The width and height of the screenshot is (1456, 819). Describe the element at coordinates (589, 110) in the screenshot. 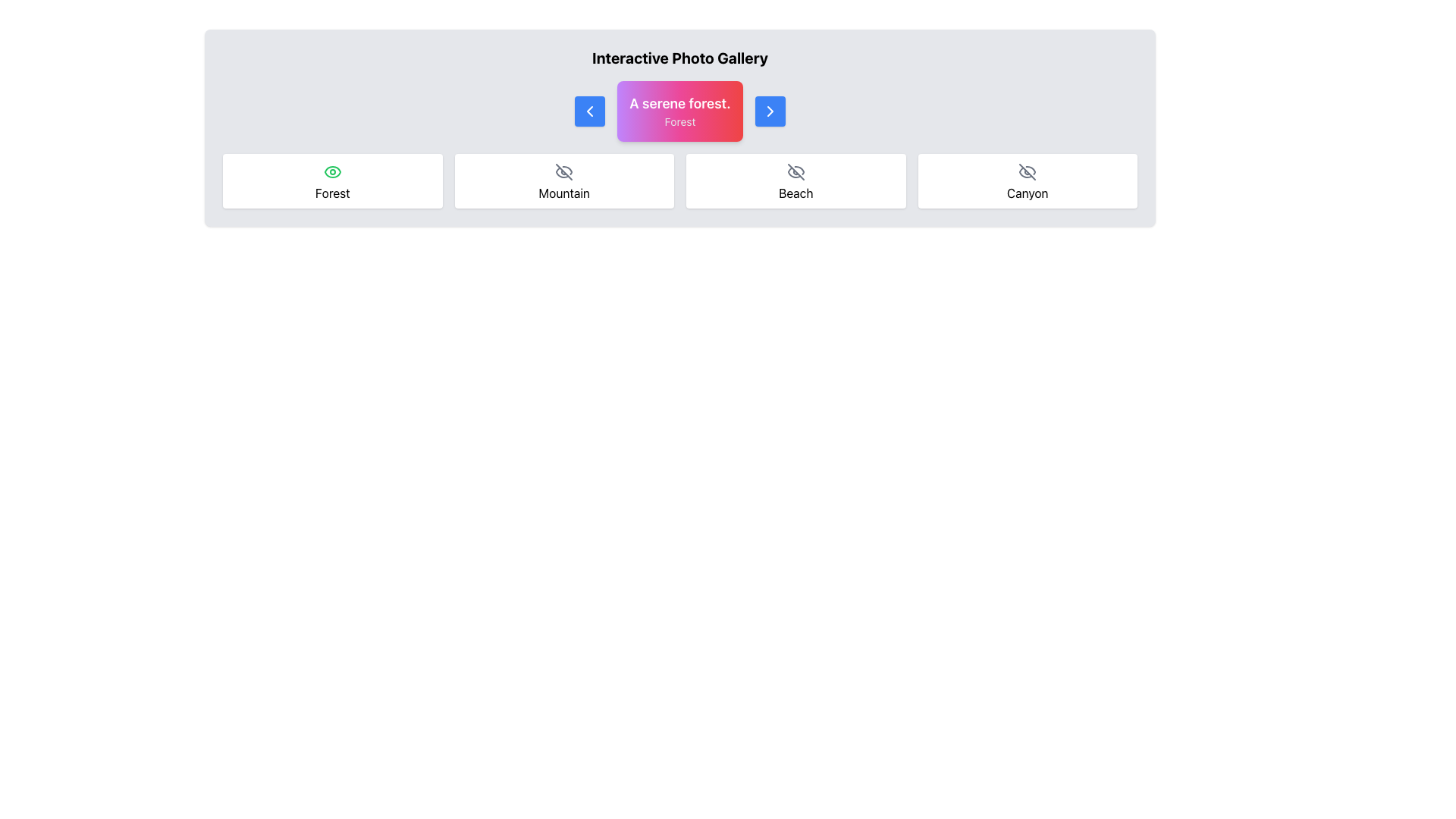

I see `the chevron icon within the blue button` at that location.